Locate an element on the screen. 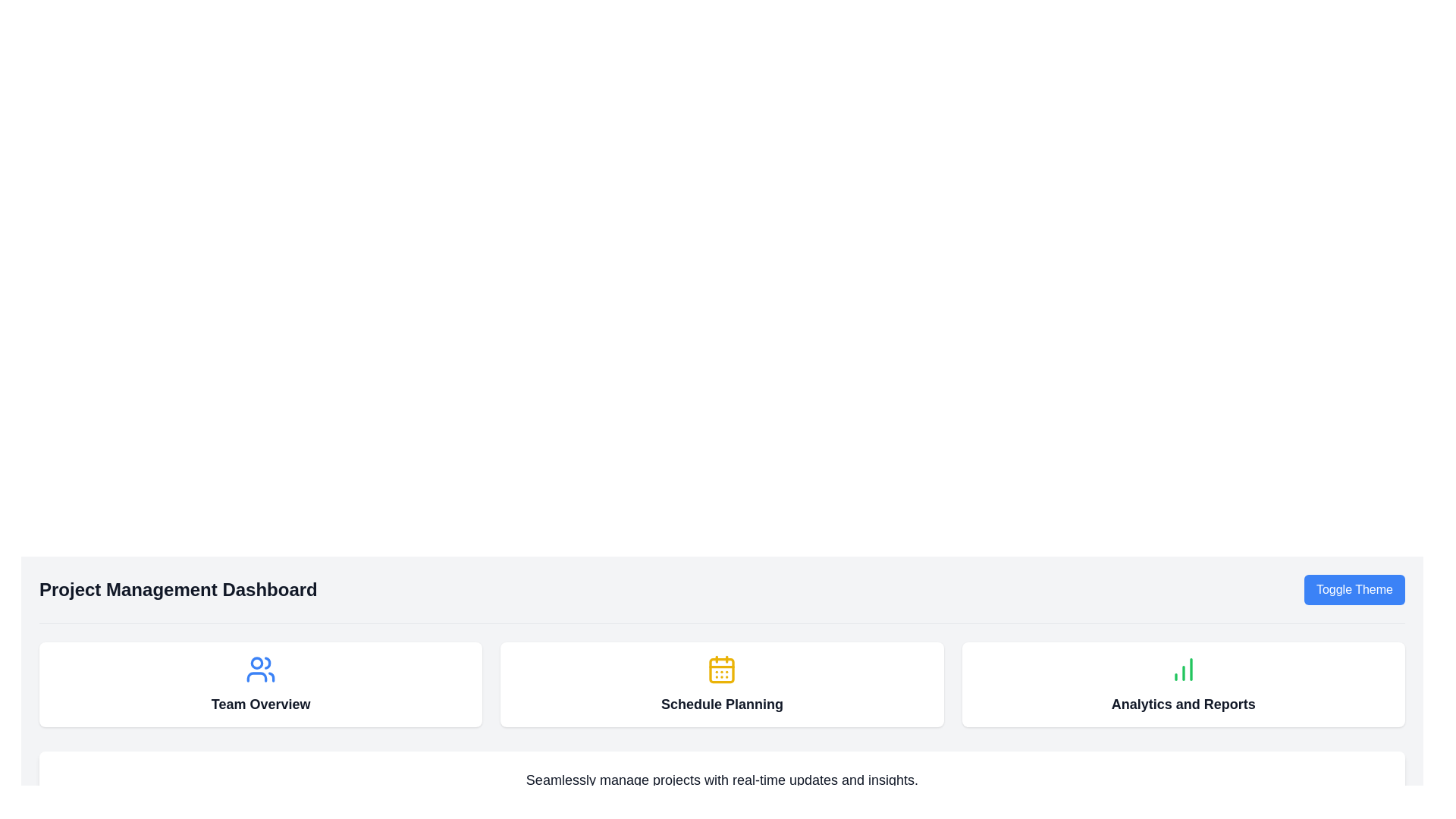 The image size is (1456, 819). the theme toggle button located on the right side of the header, aligned with the Project Management Dashboard text, to switch between light and dark themes is located at coordinates (1354, 589).